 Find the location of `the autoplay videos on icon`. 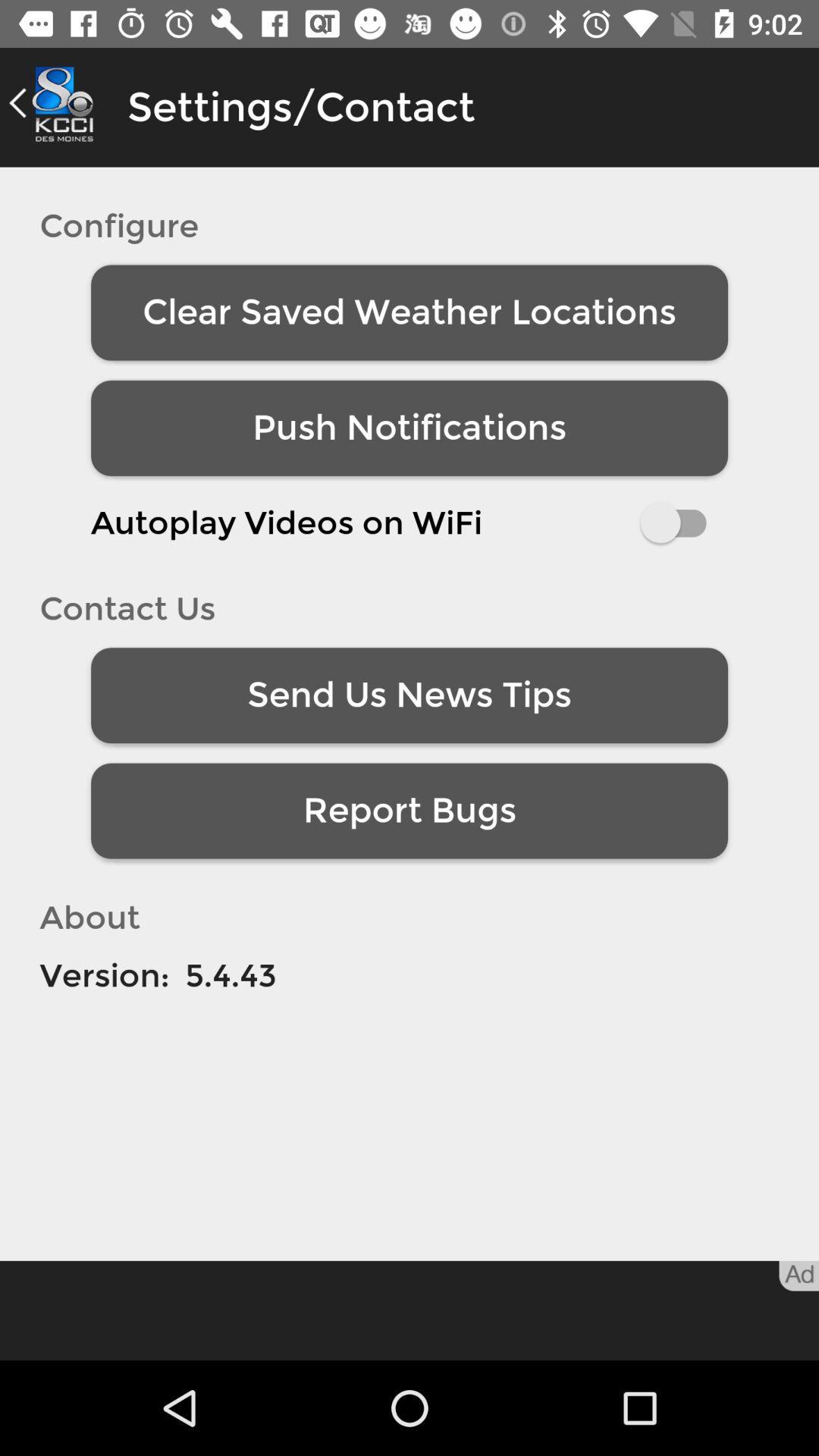

the autoplay videos on icon is located at coordinates (409, 522).